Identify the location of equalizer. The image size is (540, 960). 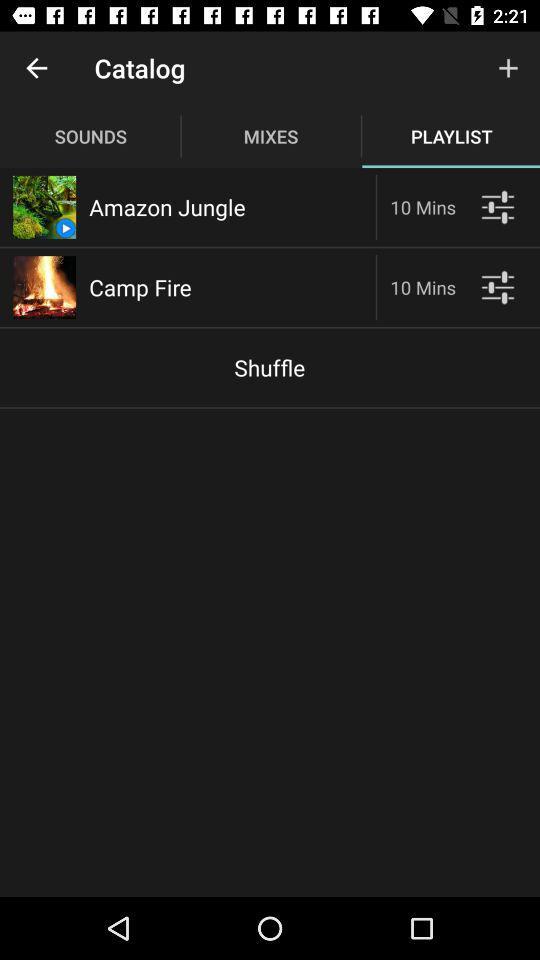
(496, 207).